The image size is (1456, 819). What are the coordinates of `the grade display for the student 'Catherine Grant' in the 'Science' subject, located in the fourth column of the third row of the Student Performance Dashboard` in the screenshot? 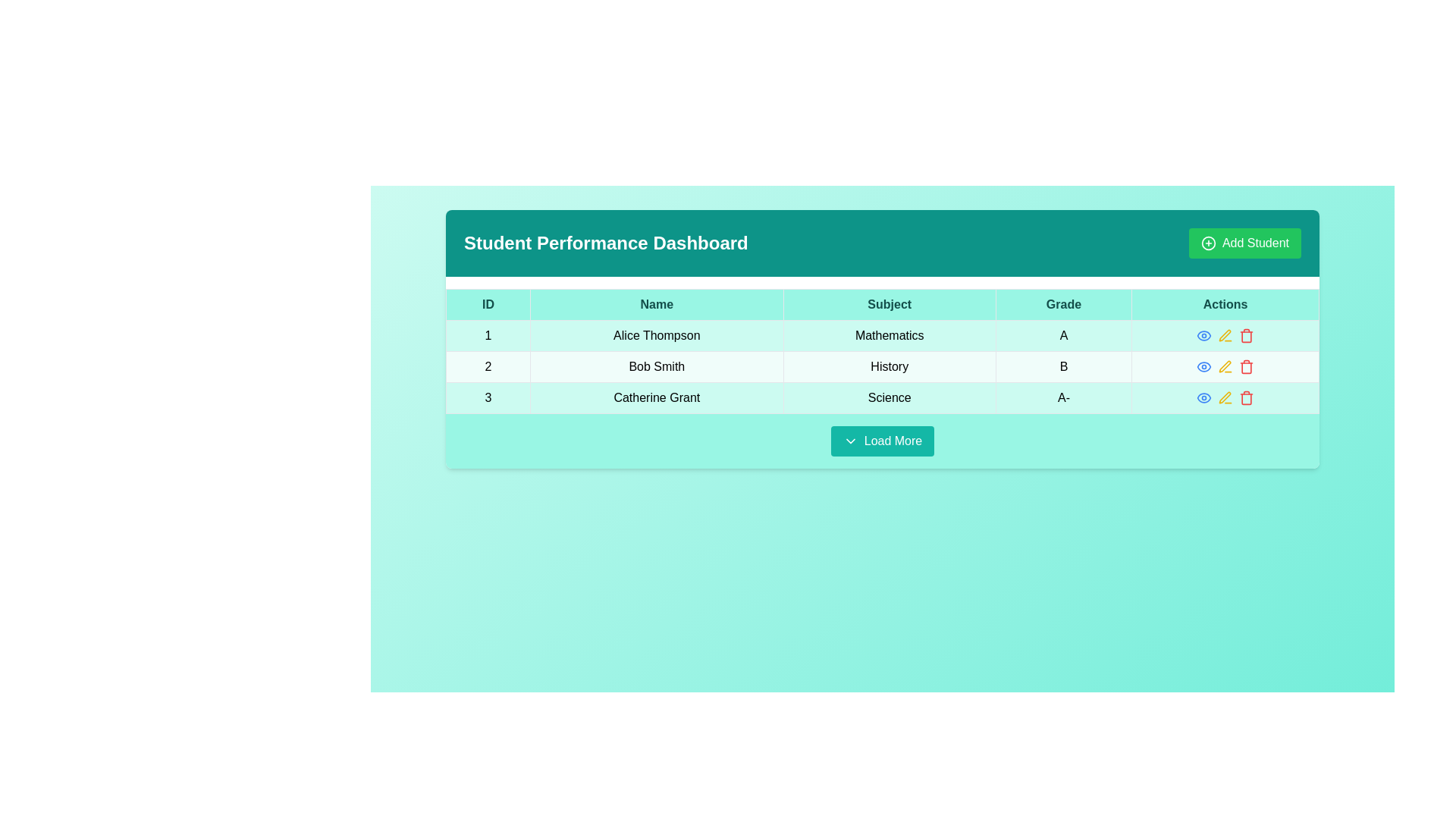 It's located at (1062, 397).